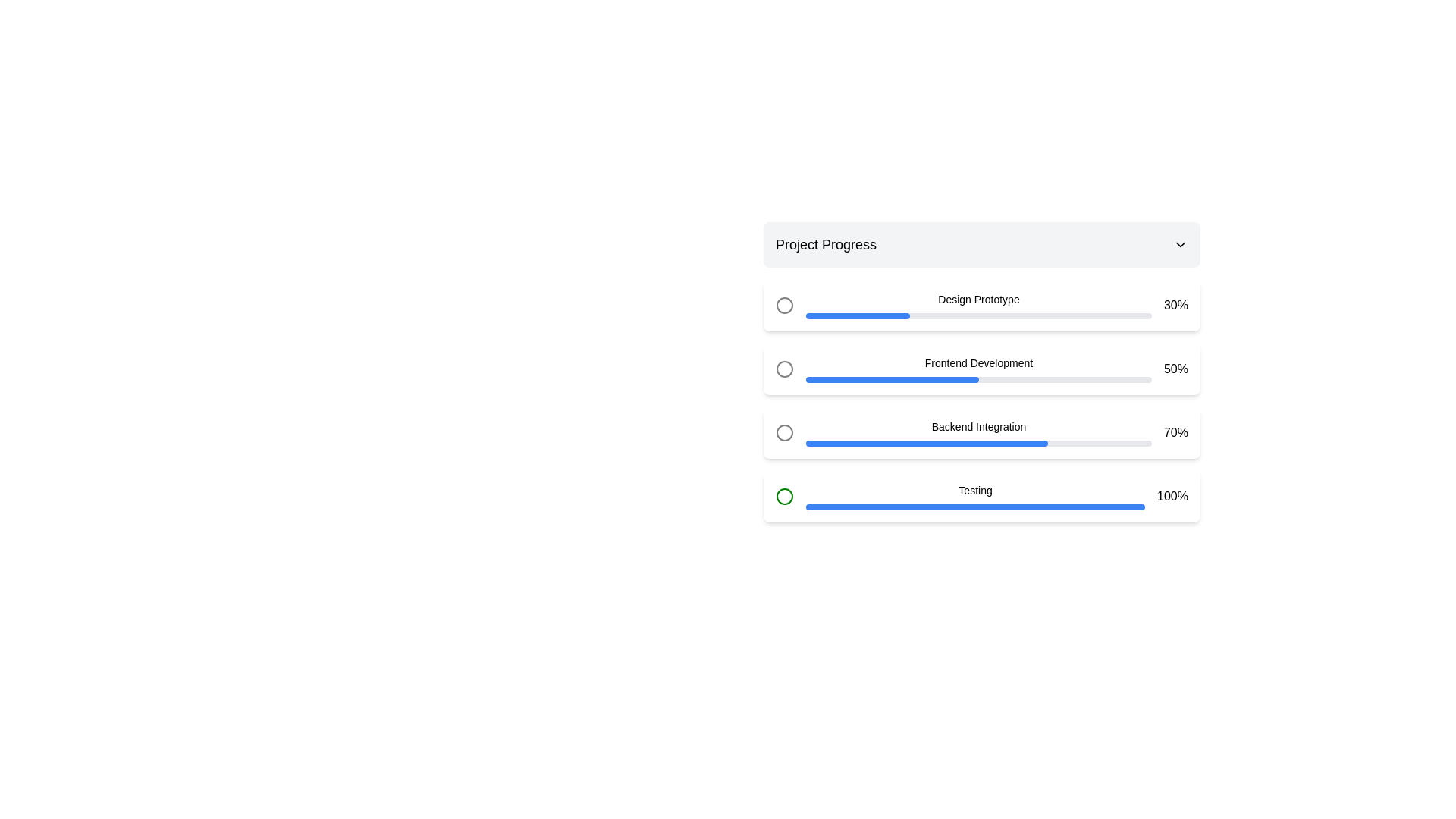  What do you see at coordinates (979, 305) in the screenshot?
I see `the text label of the Progress tracker item for 'Design Prototype'` at bounding box center [979, 305].